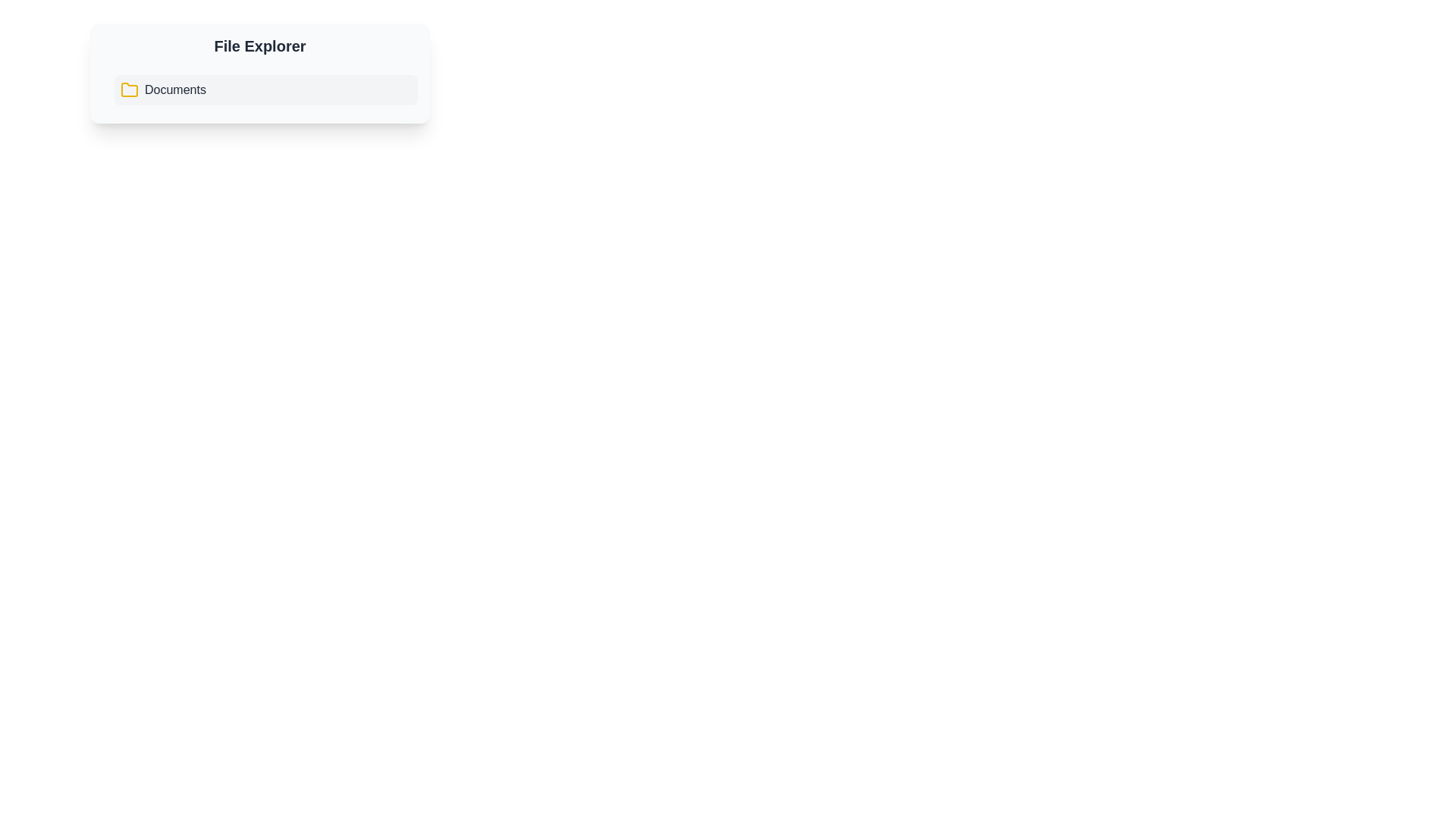 The width and height of the screenshot is (1456, 819). What do you see at coordinates (163, 90) in the screenshot?
I see `the folder icon of the 'Documents' list item located in the top-left area of the file management system` at bounding box center [163, 90].